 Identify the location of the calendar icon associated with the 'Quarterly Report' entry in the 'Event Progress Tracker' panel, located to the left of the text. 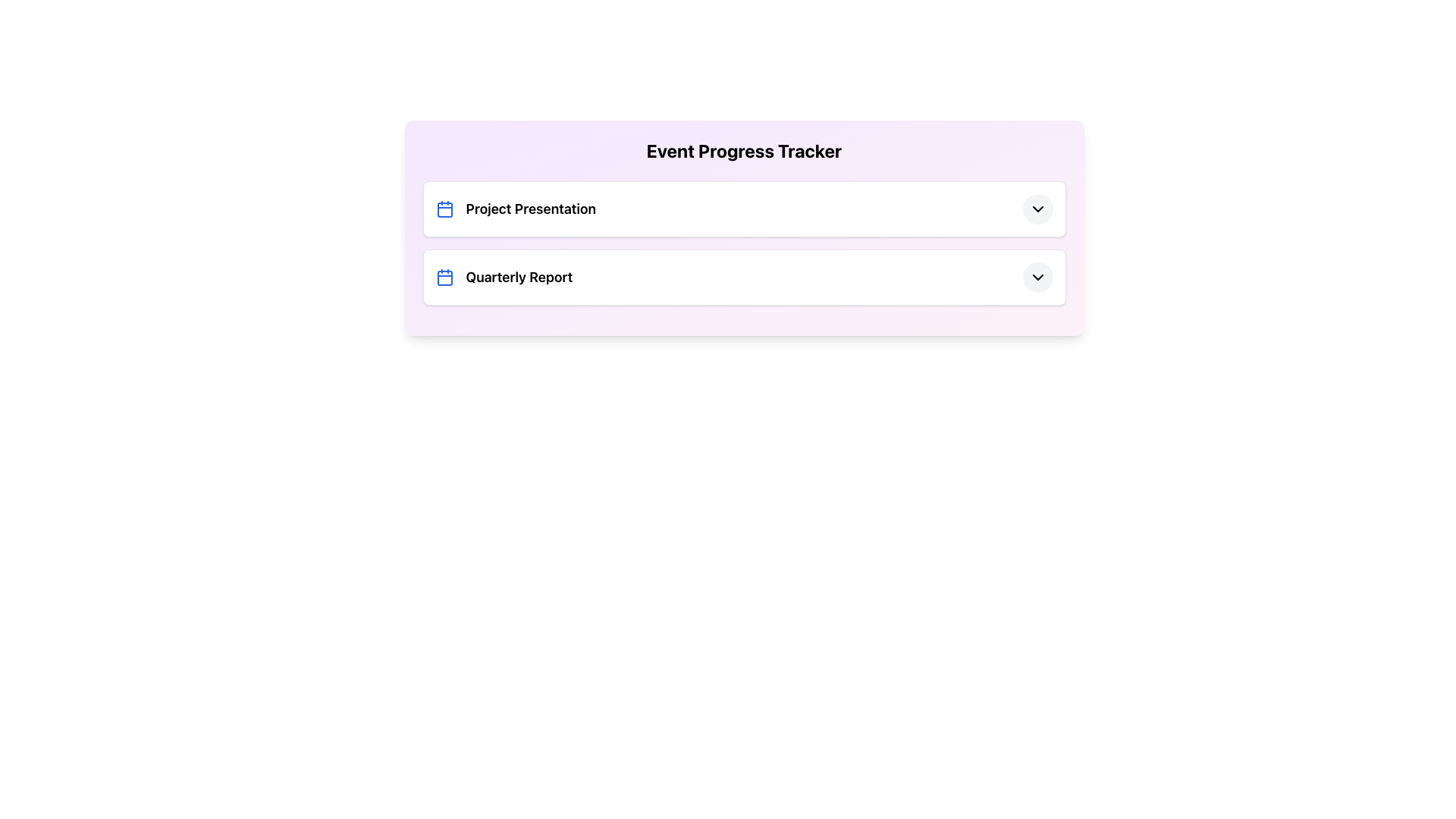
(444, 278).